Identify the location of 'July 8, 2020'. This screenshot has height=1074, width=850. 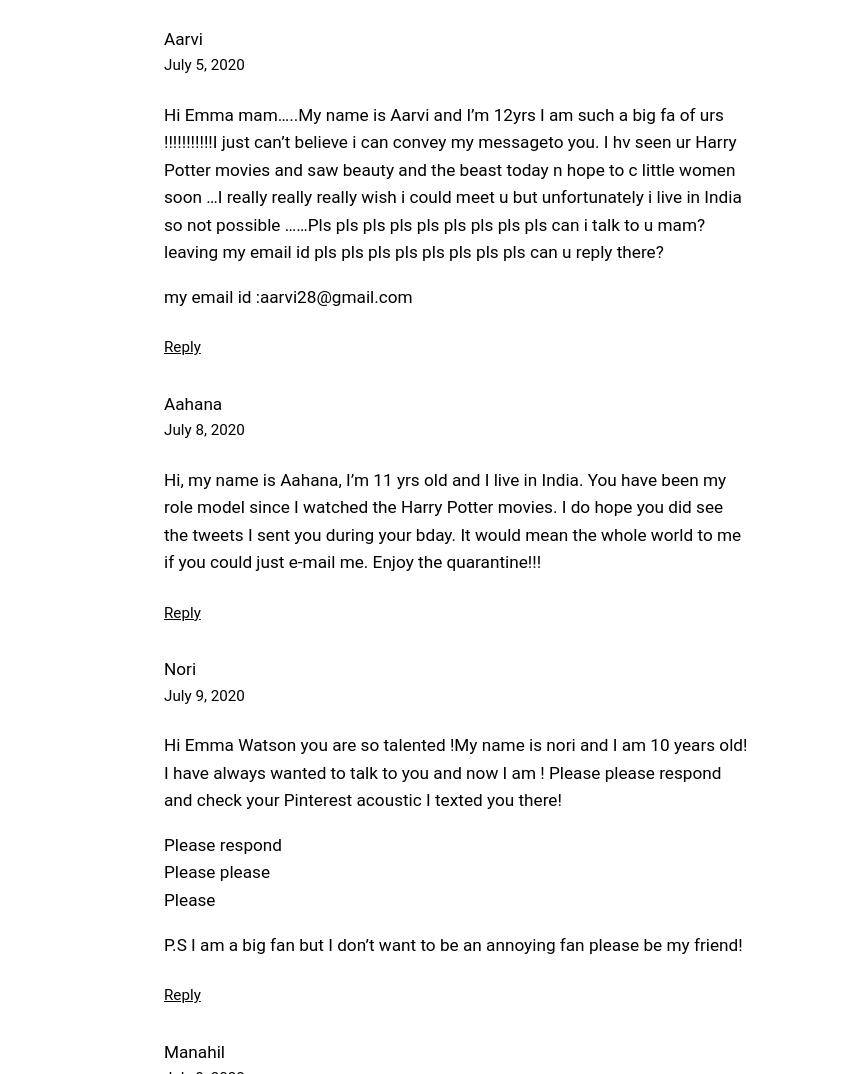
(203, 429).